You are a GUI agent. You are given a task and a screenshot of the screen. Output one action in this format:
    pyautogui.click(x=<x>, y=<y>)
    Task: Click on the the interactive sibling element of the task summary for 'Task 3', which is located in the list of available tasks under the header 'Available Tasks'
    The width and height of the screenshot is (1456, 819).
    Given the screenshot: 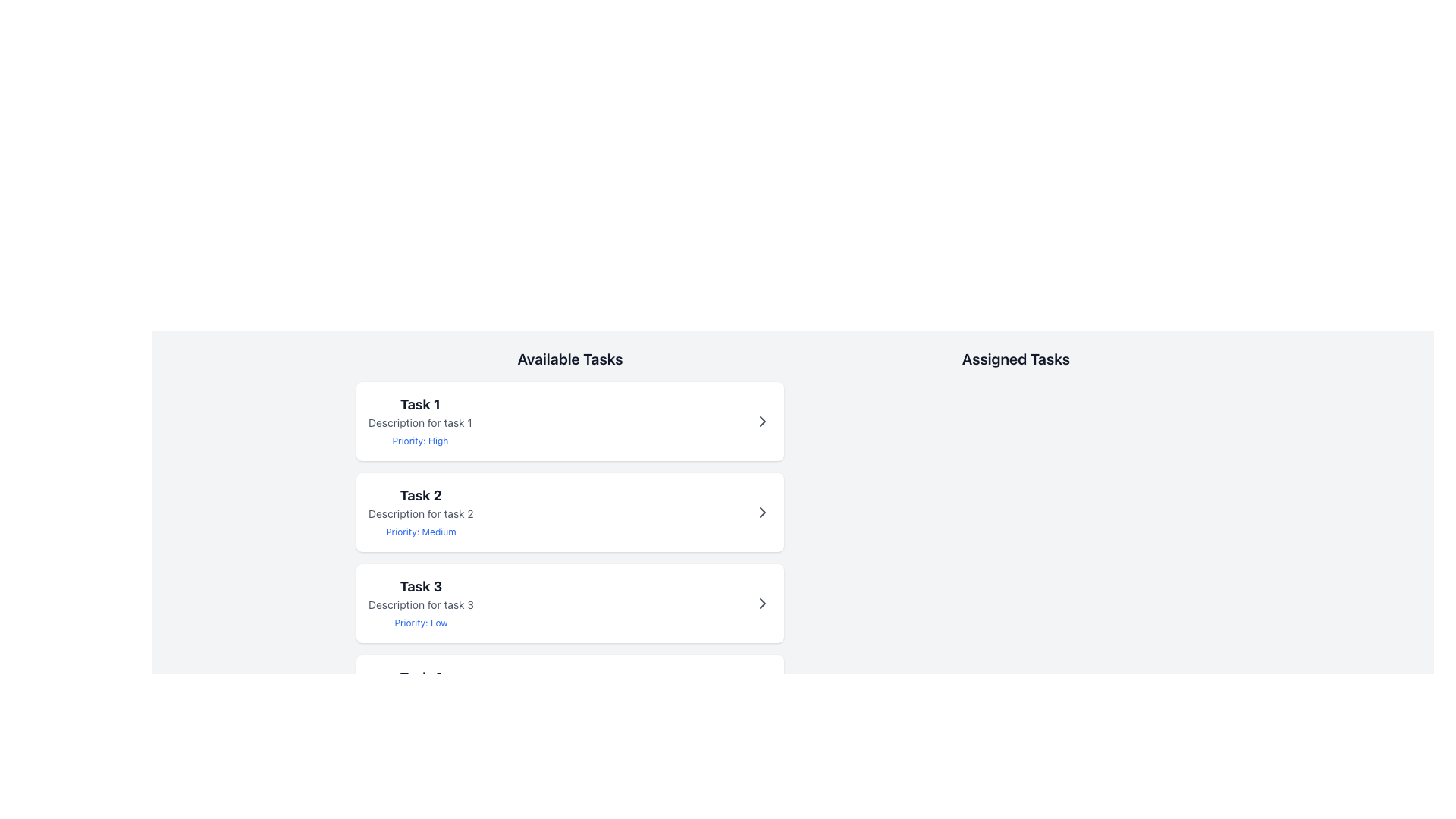 What is the action you would take?
    pyautogui.click(x=421, y=602)
    